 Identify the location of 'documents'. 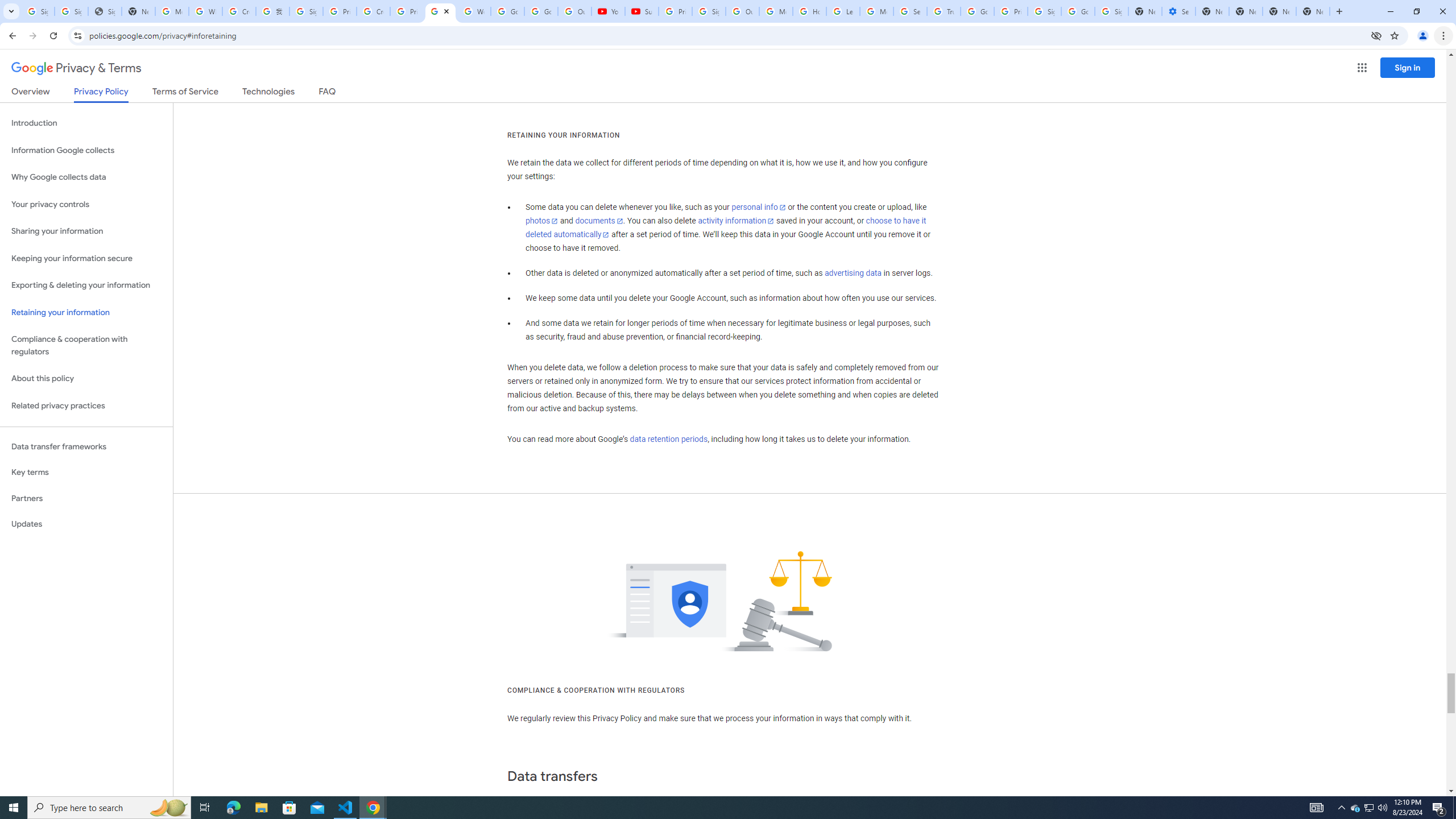
(598, 220).